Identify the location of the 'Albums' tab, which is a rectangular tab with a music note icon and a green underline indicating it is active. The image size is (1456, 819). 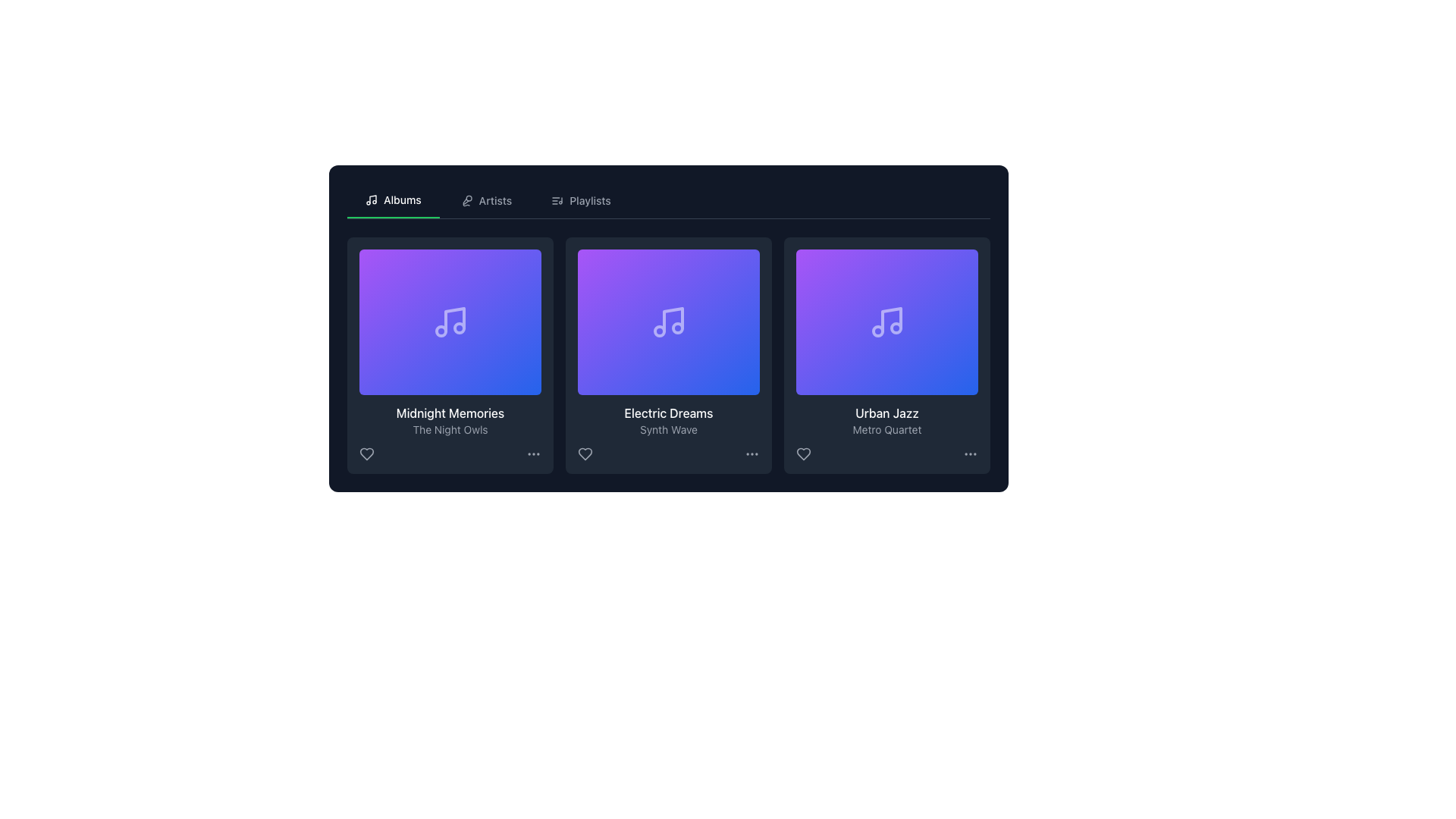
(393, 200).